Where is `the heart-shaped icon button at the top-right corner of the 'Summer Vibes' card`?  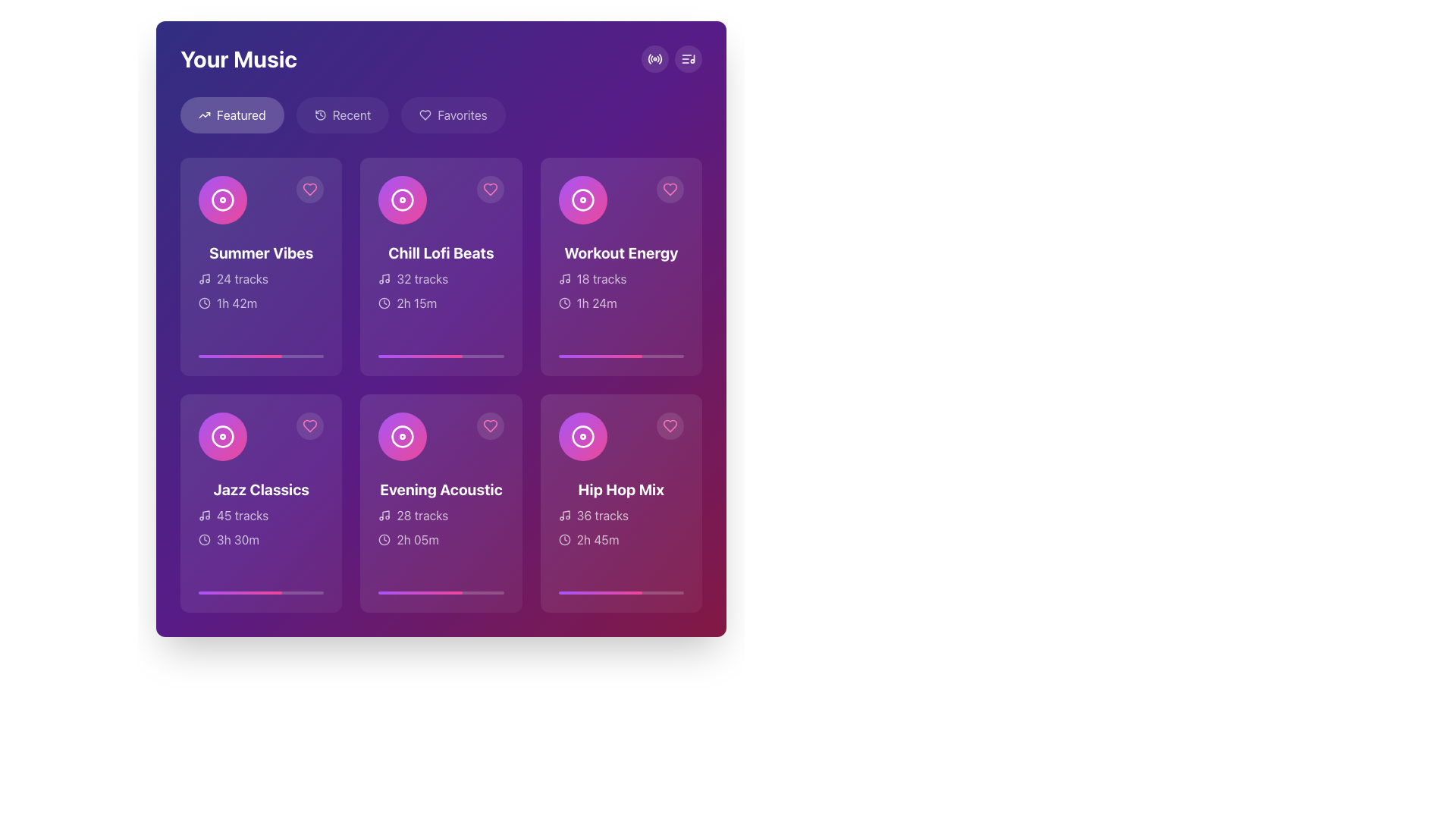
the heart-shaped icon button at the top-right corner of the 'Summer Vibes' card is located at coordinates (309, 189).